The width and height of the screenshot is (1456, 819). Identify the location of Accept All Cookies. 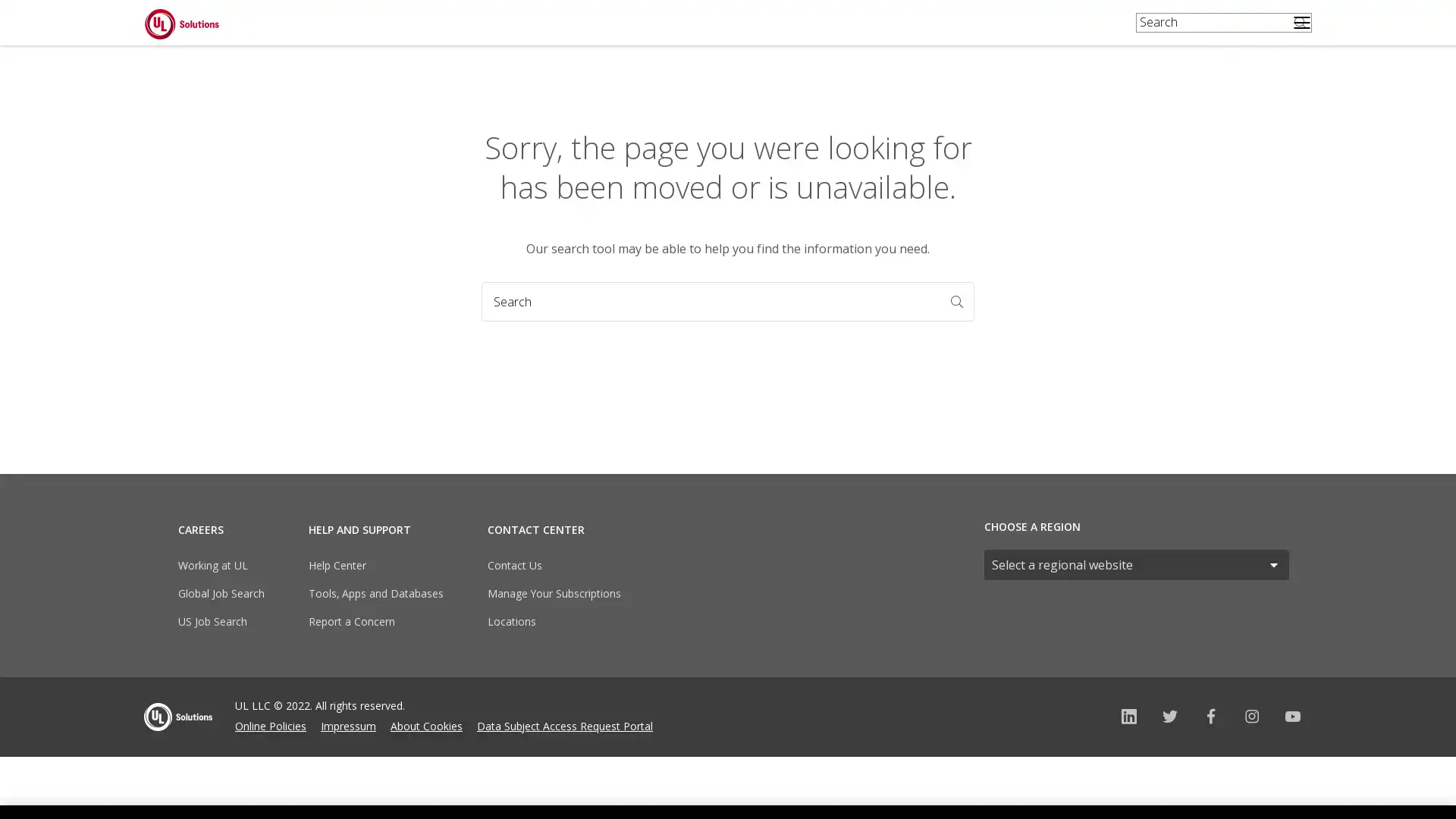
(1171, 775).